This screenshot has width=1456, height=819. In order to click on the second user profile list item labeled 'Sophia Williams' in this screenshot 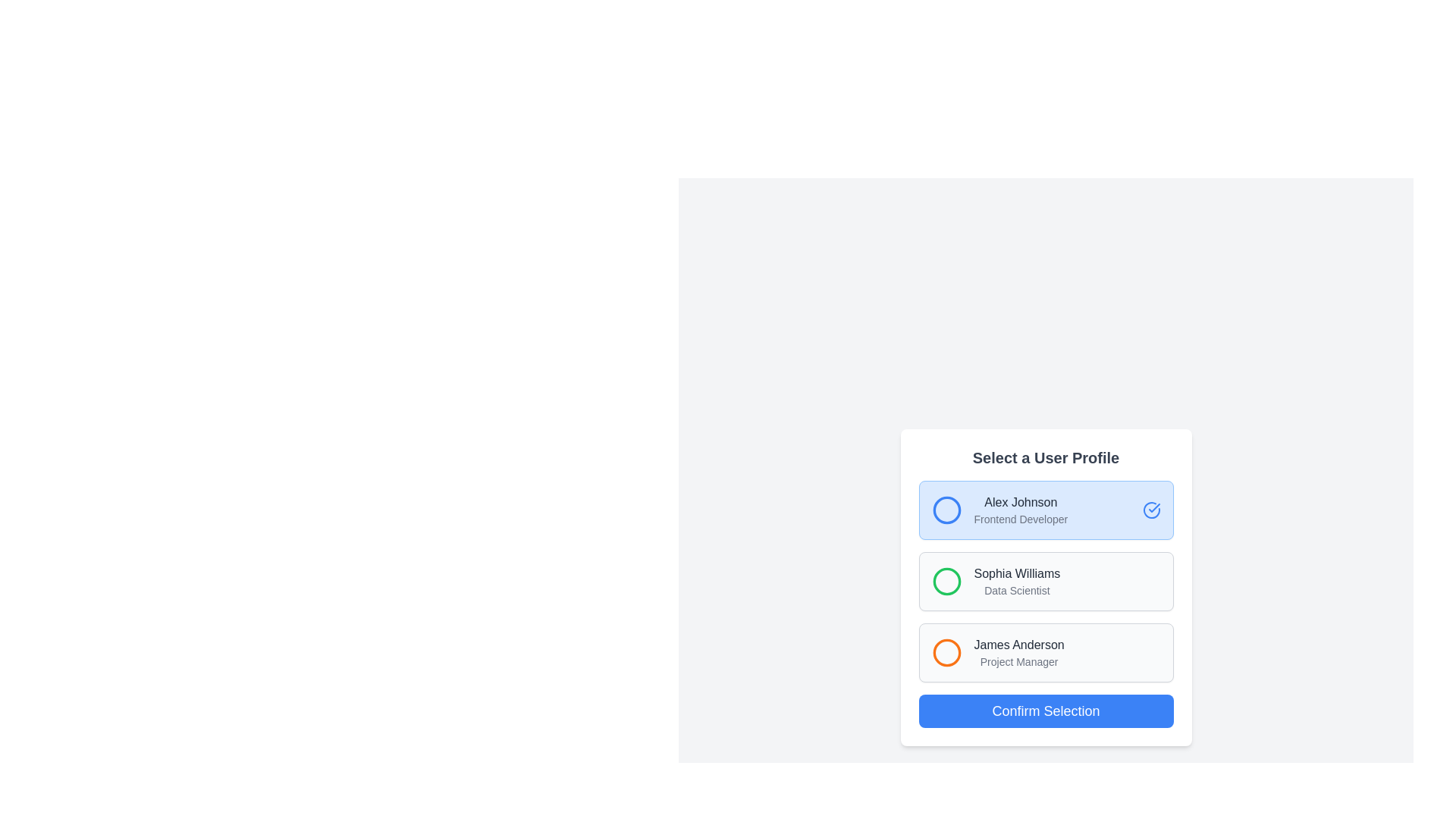, I will do `click(1045, 581)`.